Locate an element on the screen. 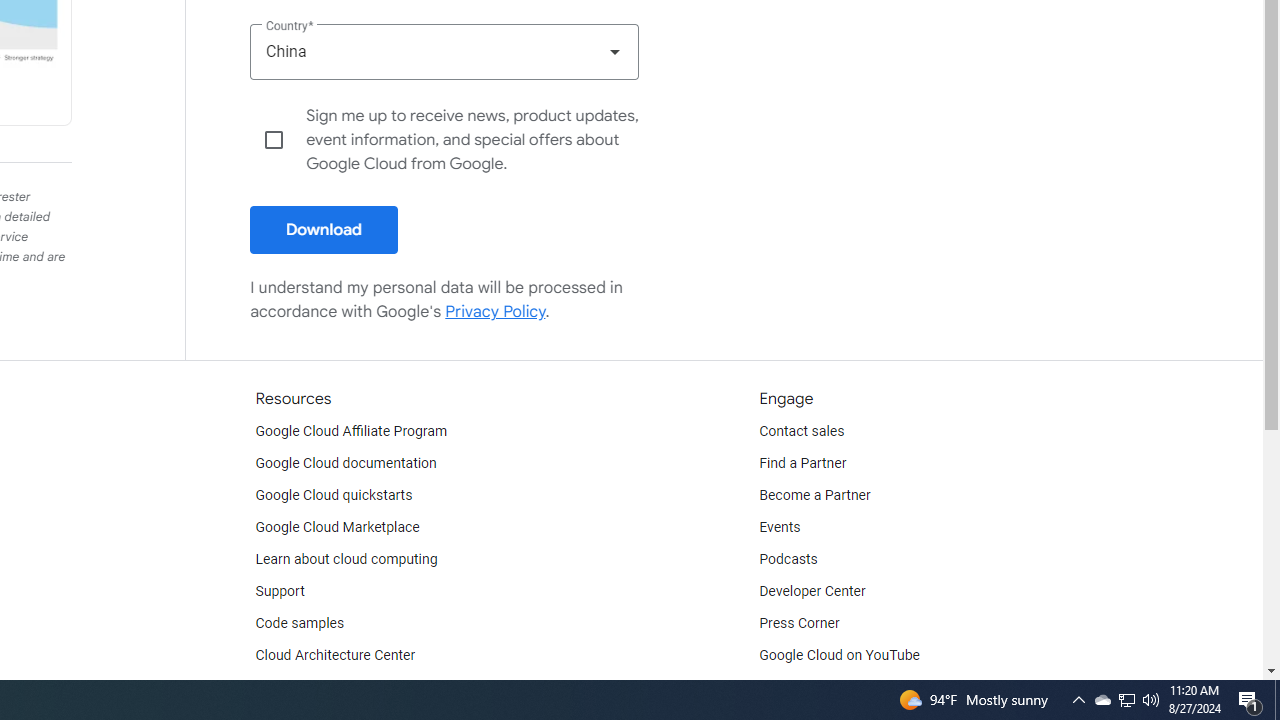 This screenshot has height=720, width=1280. 'Download' is located at coordinates (324, 229).